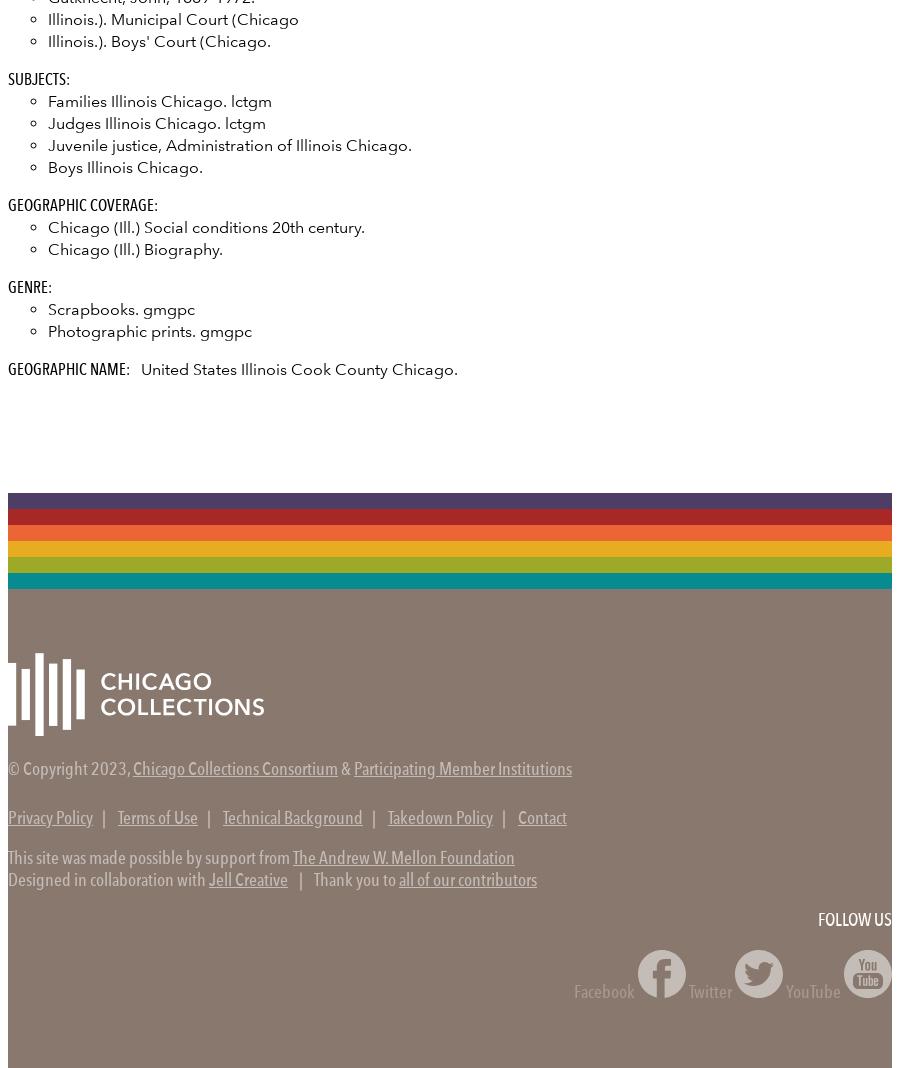 The width and height of the screenshot is (924, 1068). Describe the element at coordinates (50, 818) in the screenshot. I see `'Privacy Policy'` at that location.